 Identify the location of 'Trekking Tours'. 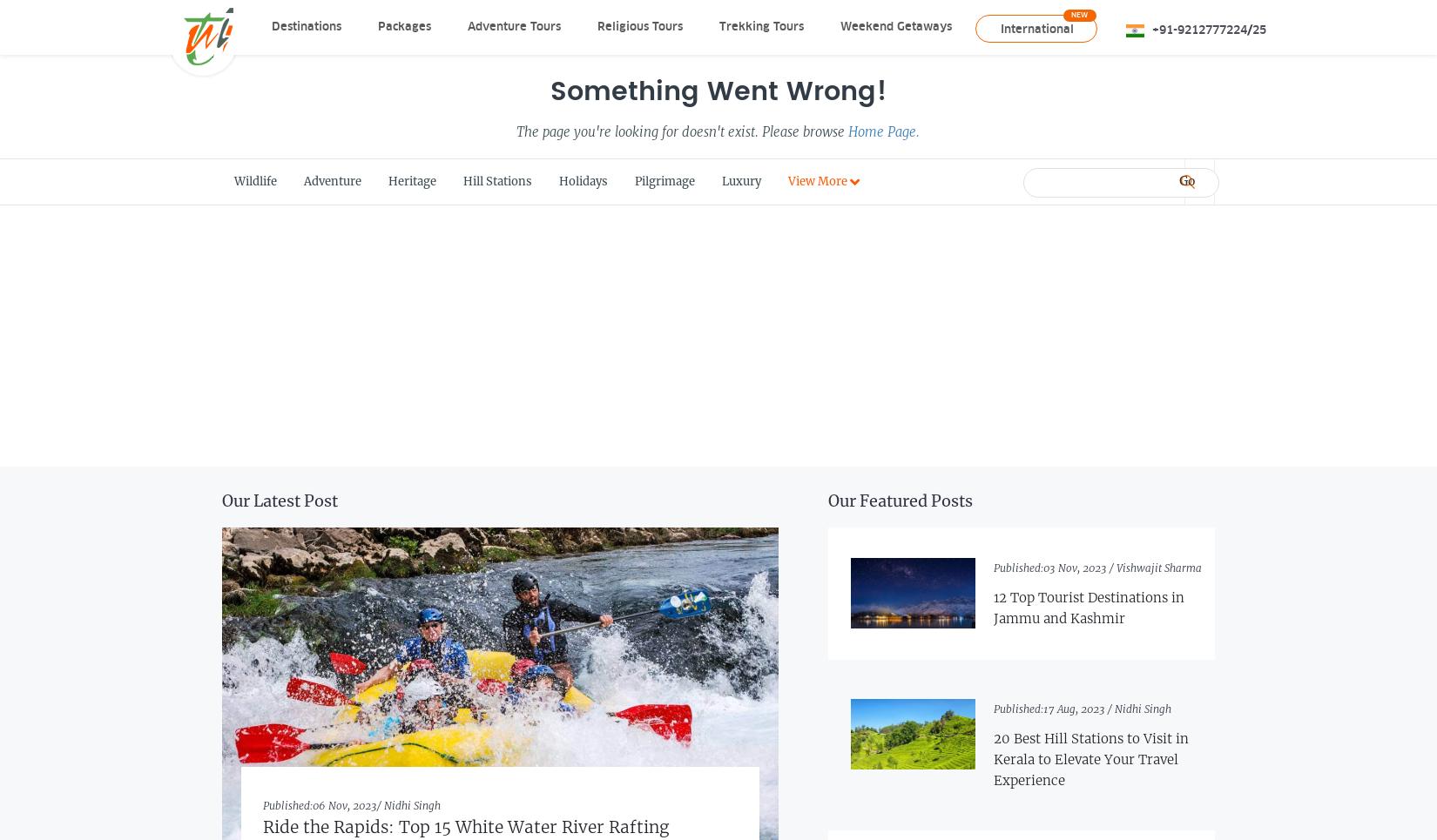
(760, 25).